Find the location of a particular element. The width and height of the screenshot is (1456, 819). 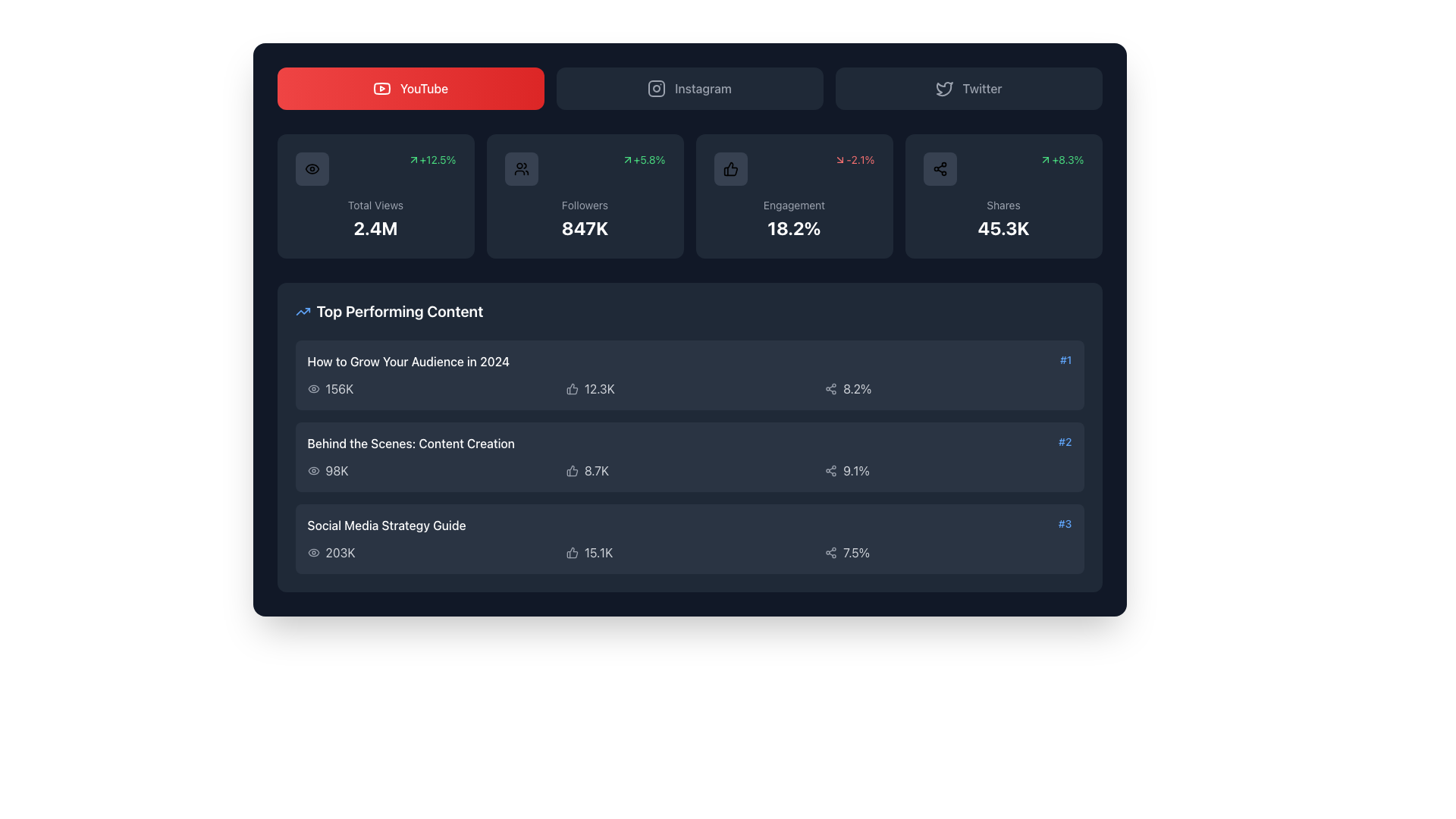

the textual and iconographic display element that shows '-2.1%' in red font, located in the middle right section of the engagement statistics panel is located at coordinates (854, 160).